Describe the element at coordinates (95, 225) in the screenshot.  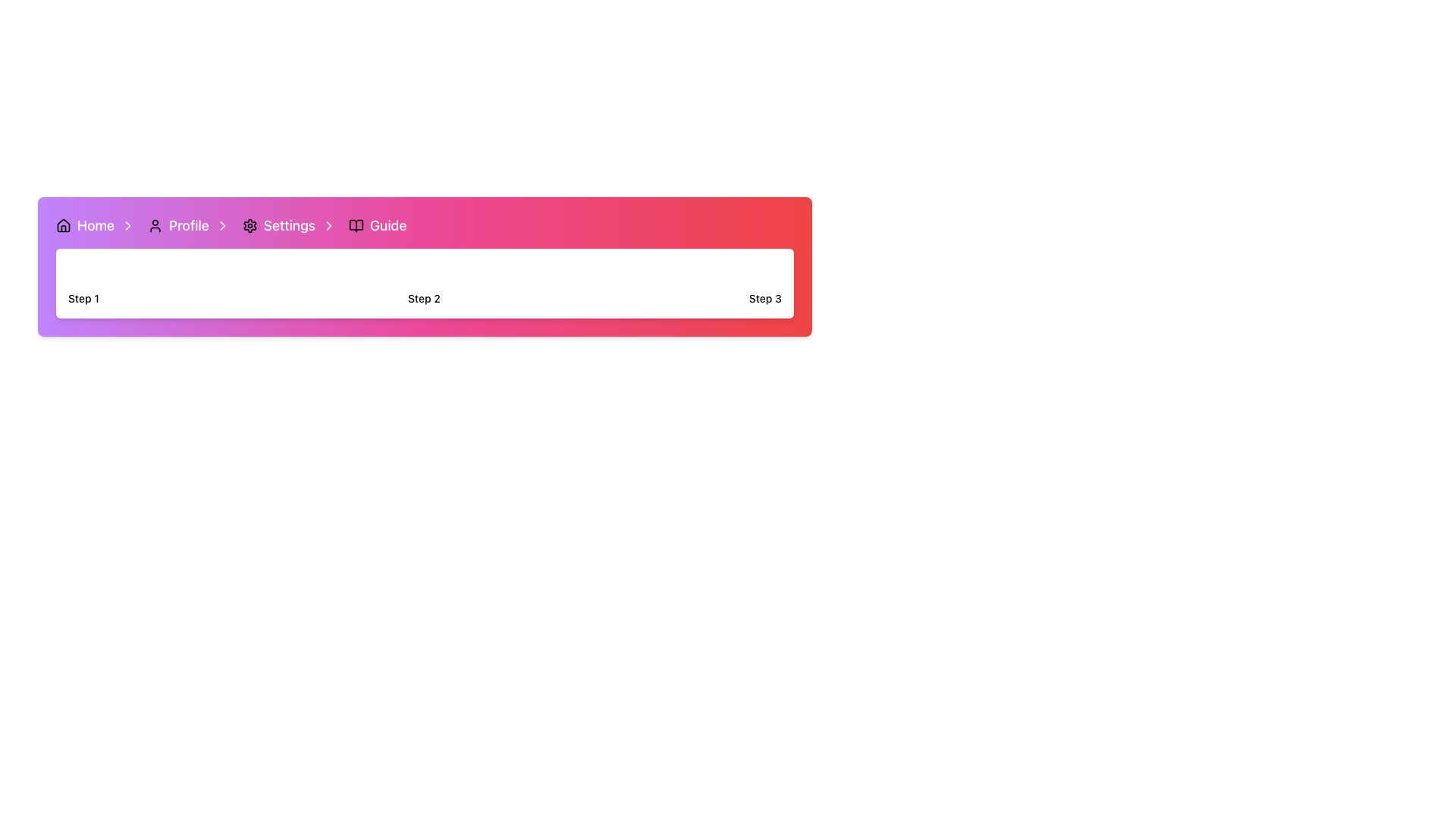
I see `the Navigation Link element, which consists of a house-like icon and the text 'Home'` at that location.